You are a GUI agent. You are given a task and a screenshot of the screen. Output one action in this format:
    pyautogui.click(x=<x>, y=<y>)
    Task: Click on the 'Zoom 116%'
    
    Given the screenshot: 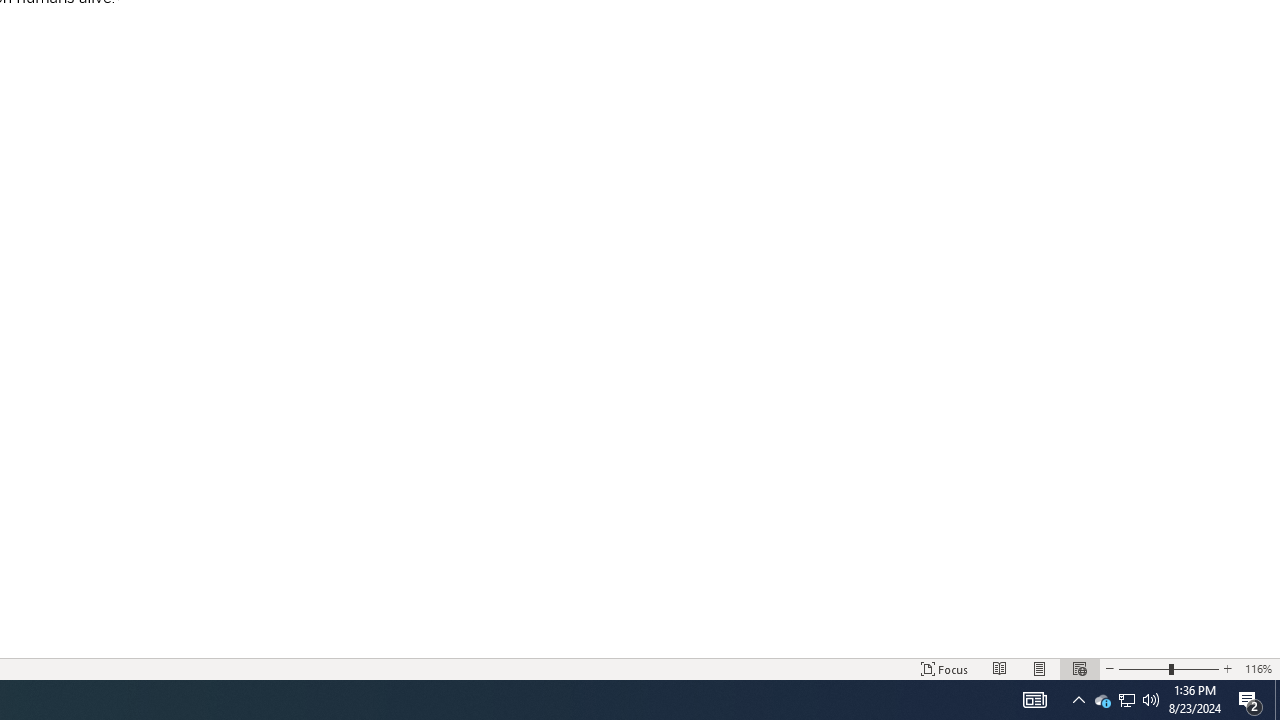 What is the action you would take?
    pyautogui.click(x=1257, y=669)
    